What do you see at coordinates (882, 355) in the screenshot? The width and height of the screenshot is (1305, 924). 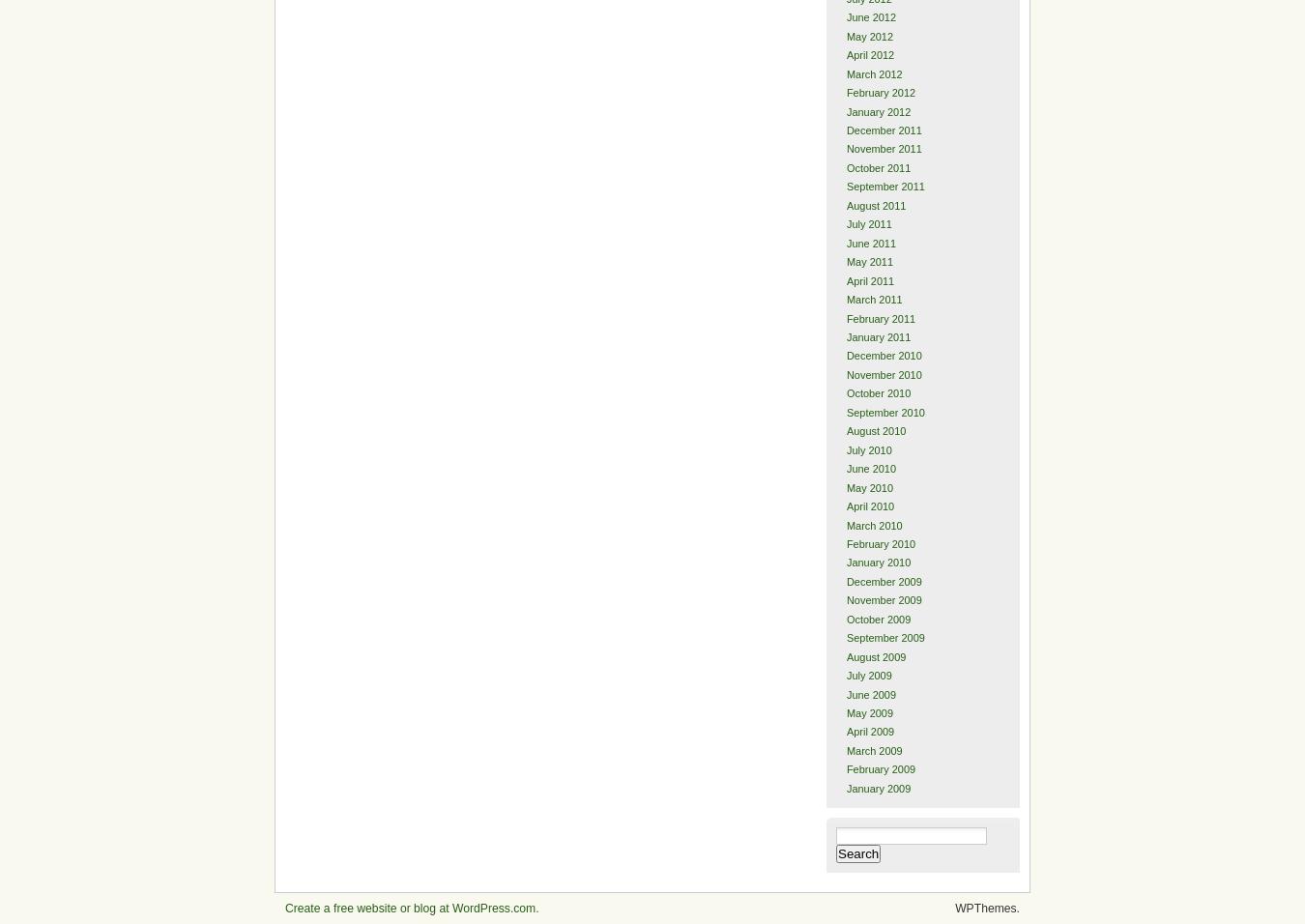 I see `'December 2010'` at bounding box center [882, 355].